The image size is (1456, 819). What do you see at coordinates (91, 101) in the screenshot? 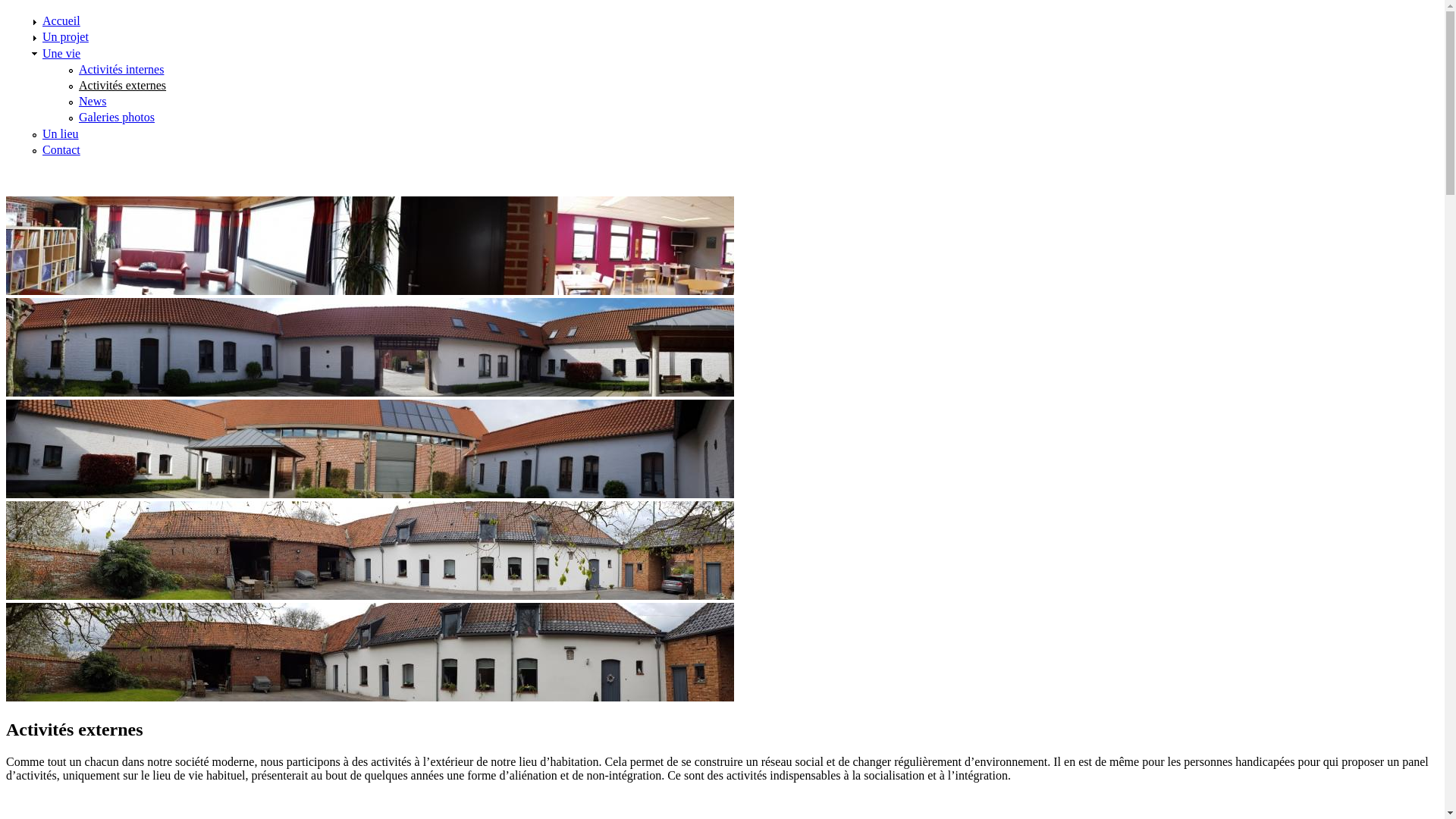
I see `'News'` at bounding box center [91, 101].